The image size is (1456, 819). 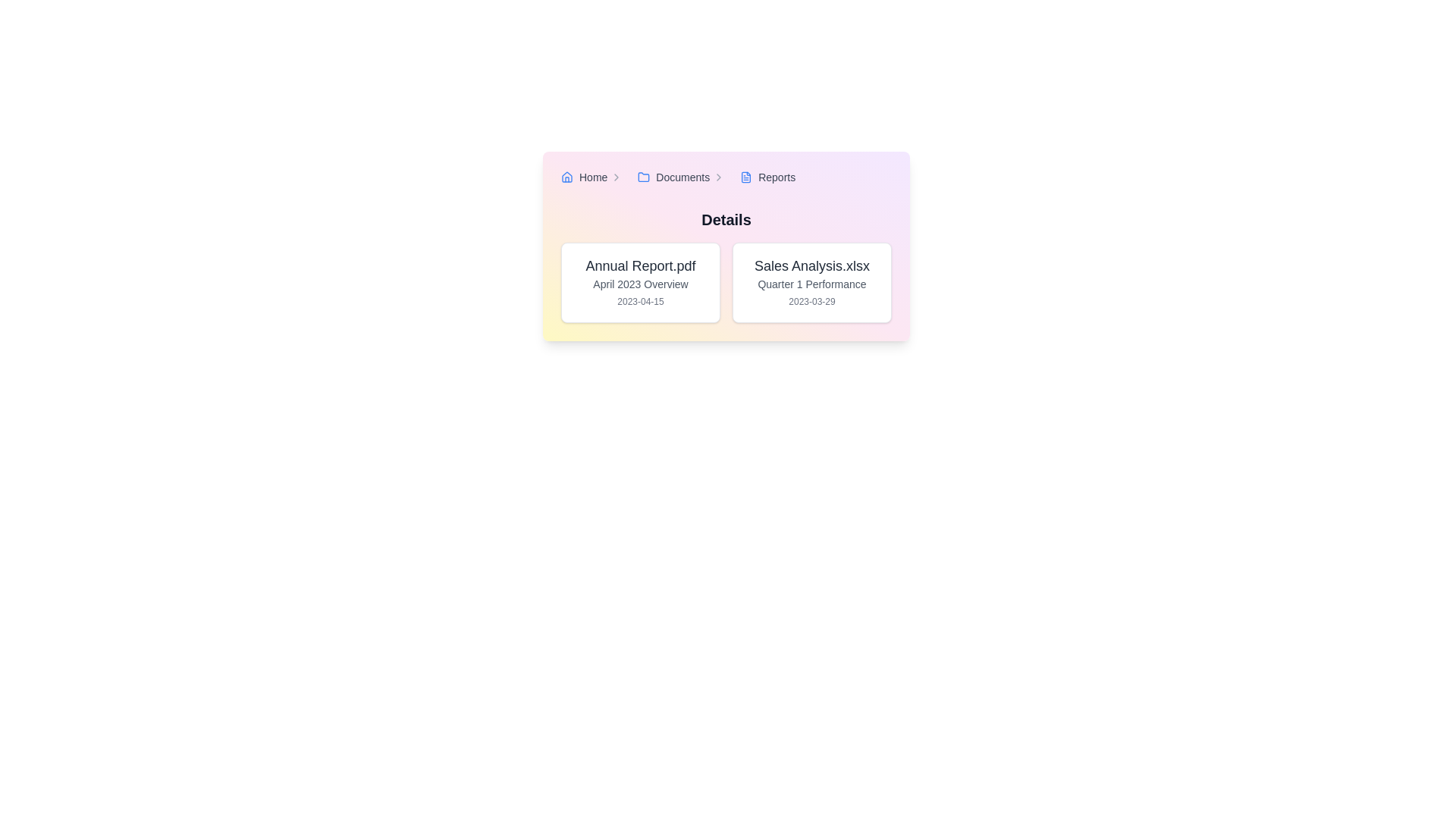 I want to click on the static text label providing a summary for the document, located centrally below the 'Annual Report.pdf' title and above the date '2023-04-15', so click(x=640, y=284).